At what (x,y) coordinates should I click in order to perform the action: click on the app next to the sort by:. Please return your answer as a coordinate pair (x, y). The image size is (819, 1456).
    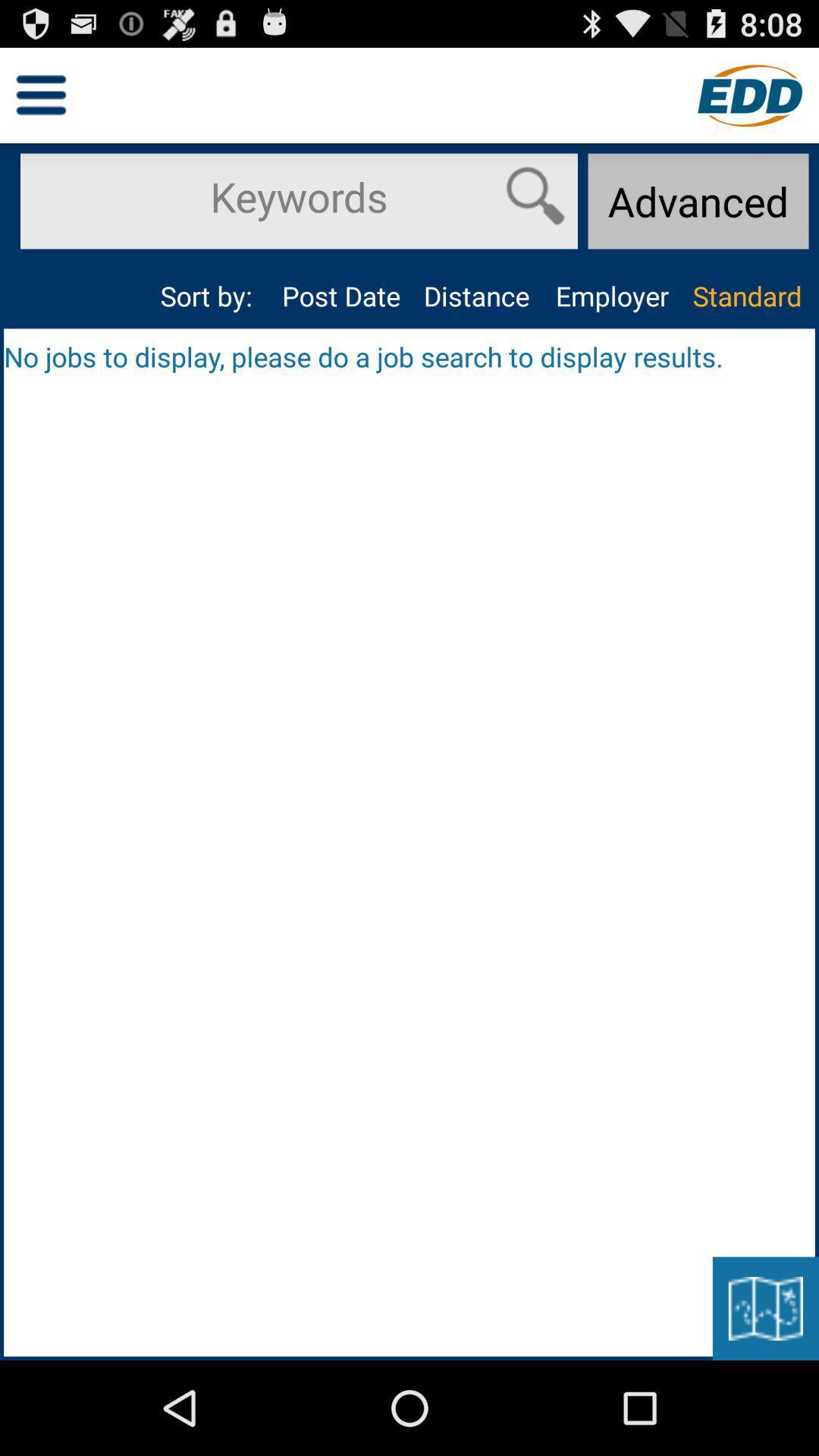
    Looking at the image, I should click on (341, 296).